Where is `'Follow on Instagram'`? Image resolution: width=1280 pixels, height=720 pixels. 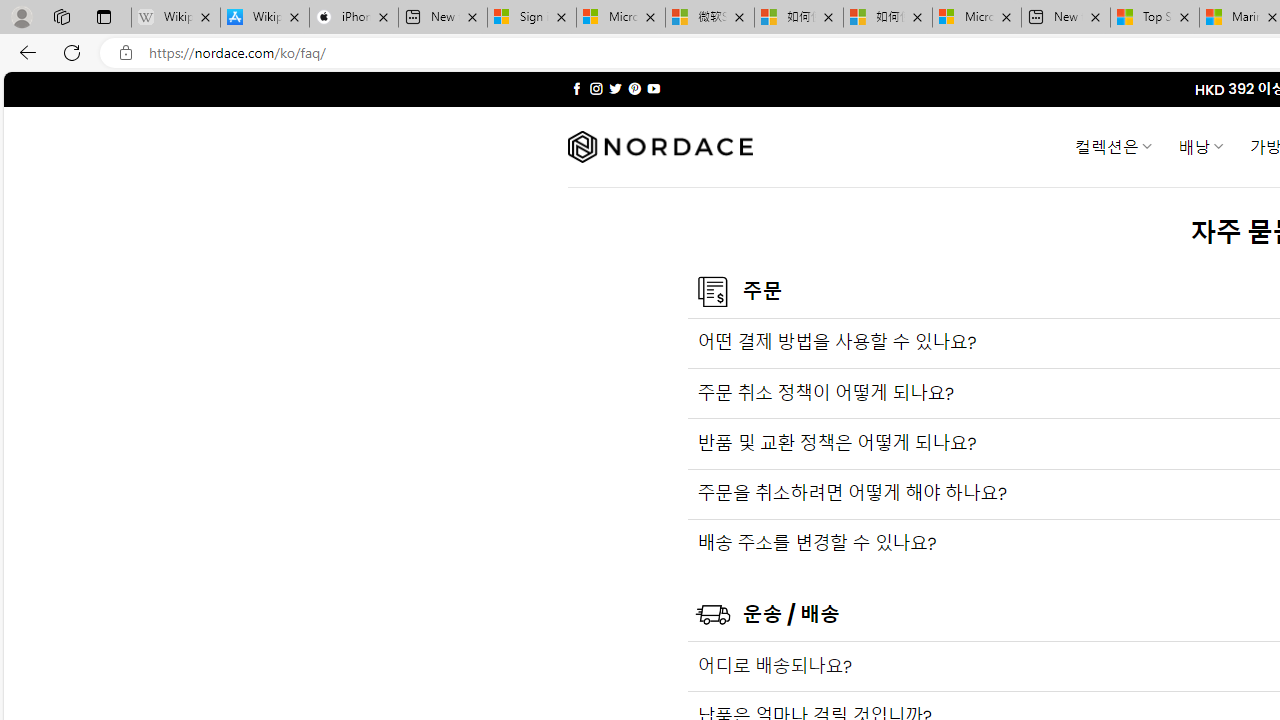
'Follow on Instagram' is located at coordinates (595, 88).